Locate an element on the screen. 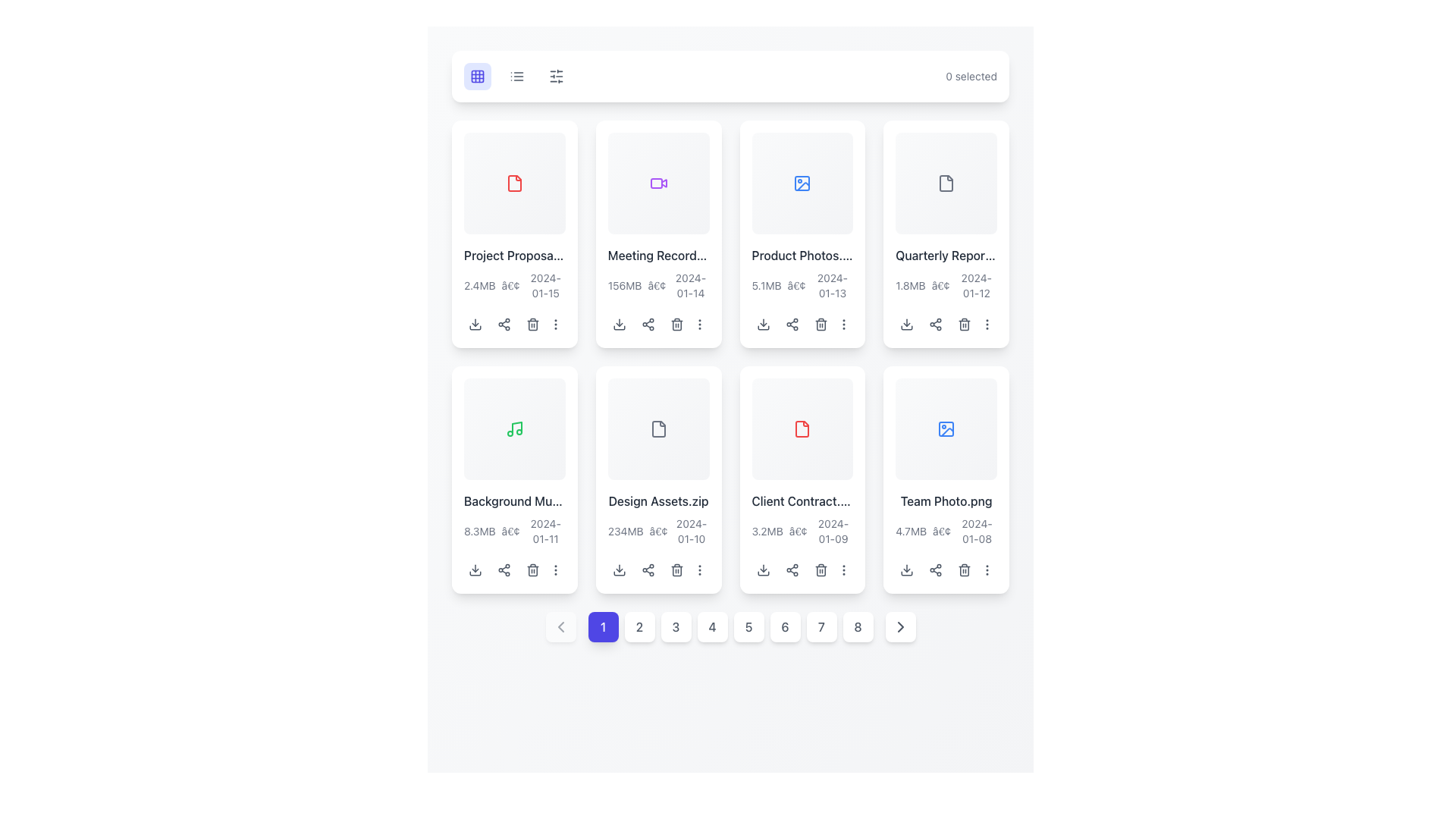 This screenshot has height=819, width=1456. SVG structure of the trash bin icon located in the upper-right corner of the card in the third column of the first row of items is located at coordinates (820, 325).